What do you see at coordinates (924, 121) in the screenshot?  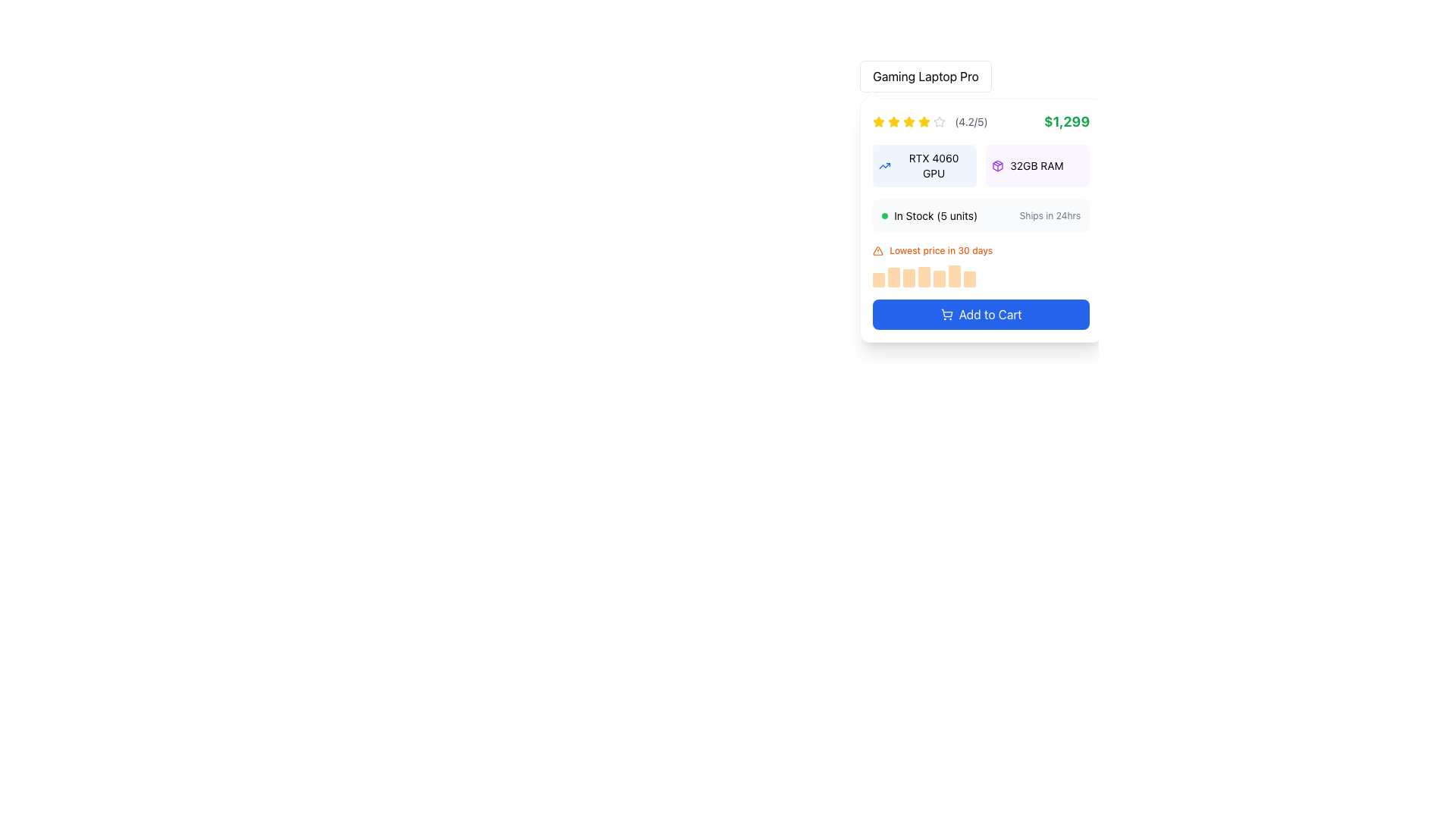 I see `the fourth star in the Star Rating Icon, which indicates part of a 4 out of 5 stars rating, located in the top-left area of the main content card` at bounding box center [924, 121].